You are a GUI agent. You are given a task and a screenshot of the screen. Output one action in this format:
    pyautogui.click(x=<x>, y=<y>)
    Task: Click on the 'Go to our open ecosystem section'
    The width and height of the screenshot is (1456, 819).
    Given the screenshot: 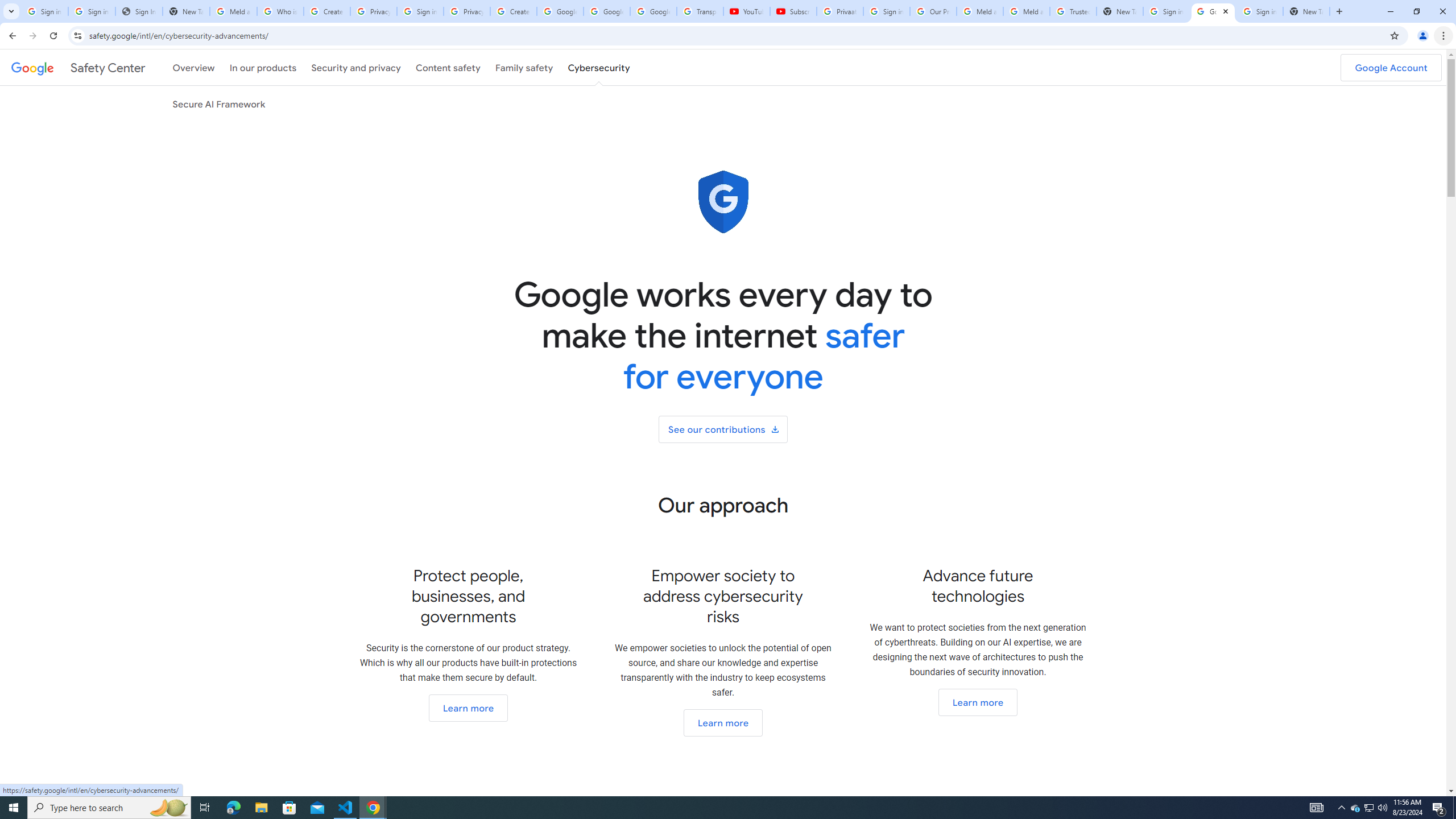 What is the action you would take?
    pyautogui.click(x=723, y=722)
    